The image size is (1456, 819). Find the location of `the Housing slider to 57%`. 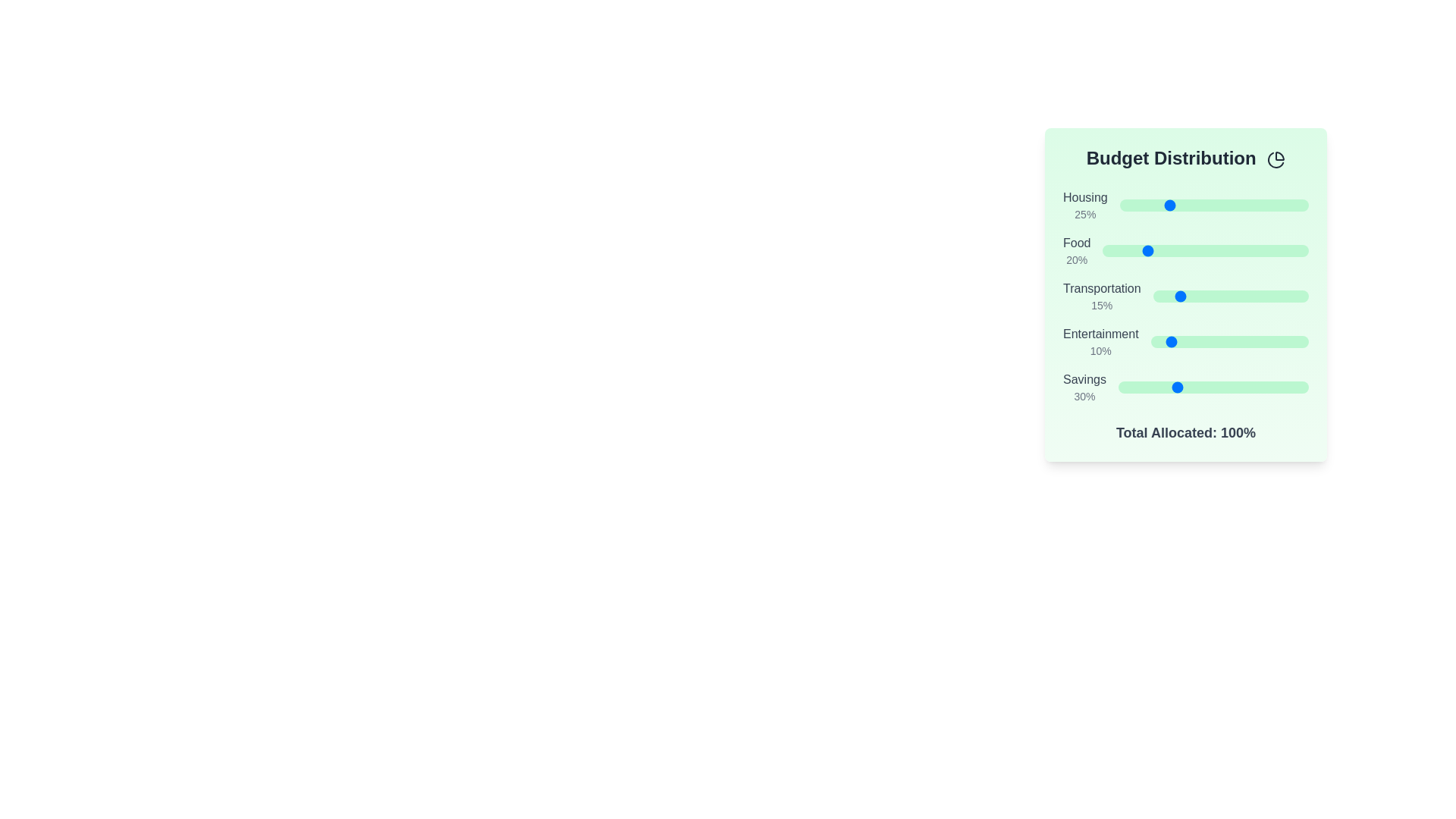

the Housing slider to 57% is located at coordinates (1227, 205).